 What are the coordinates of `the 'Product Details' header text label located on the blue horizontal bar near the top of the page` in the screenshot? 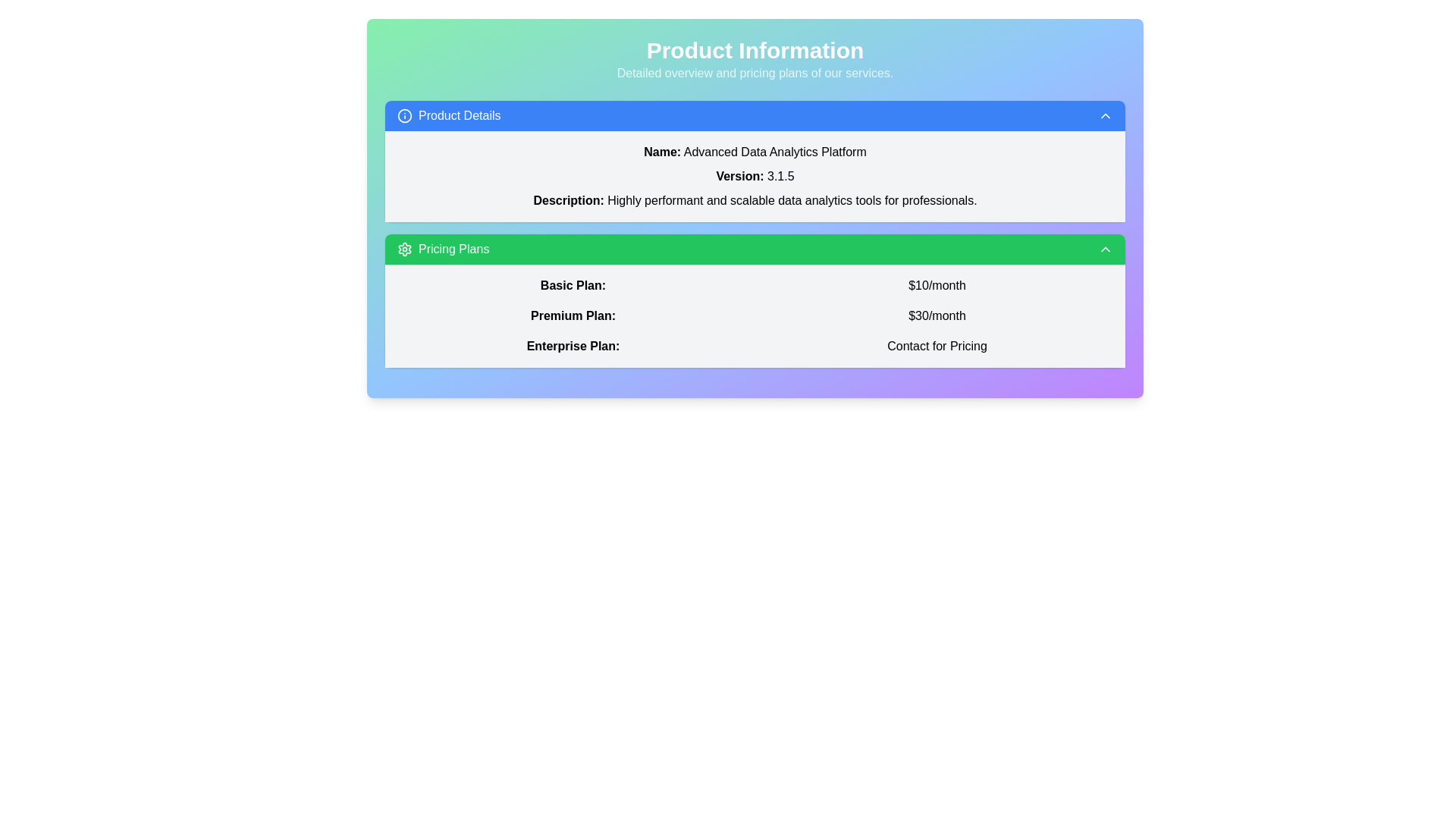 It's located at (459, 115).